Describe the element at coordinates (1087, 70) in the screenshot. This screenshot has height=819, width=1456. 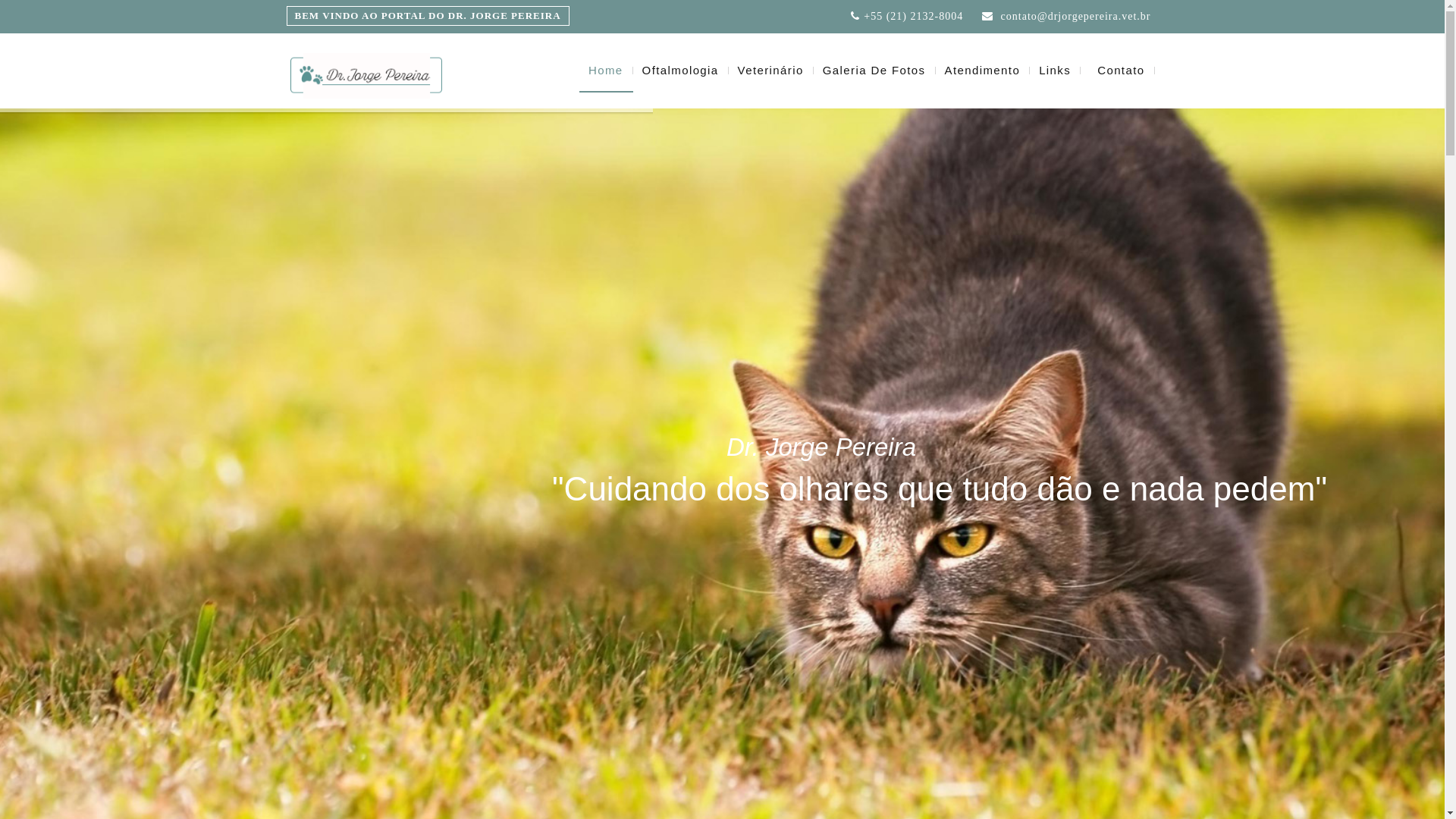
I see `'Contato'` at that location.